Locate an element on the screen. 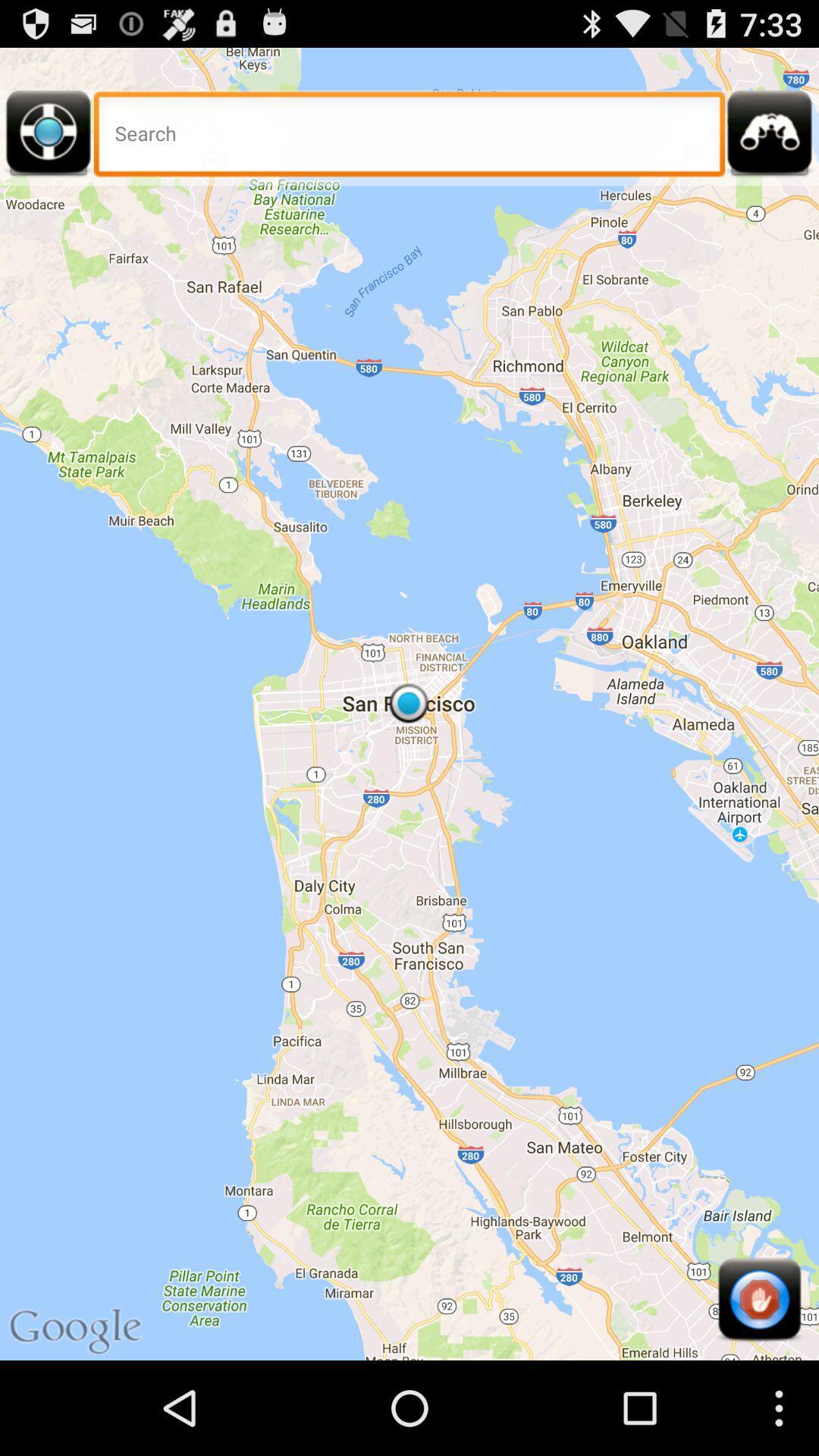 The width and height of the screenshot is (819, 1456). the item at the center is located at coordinates (409, 703).